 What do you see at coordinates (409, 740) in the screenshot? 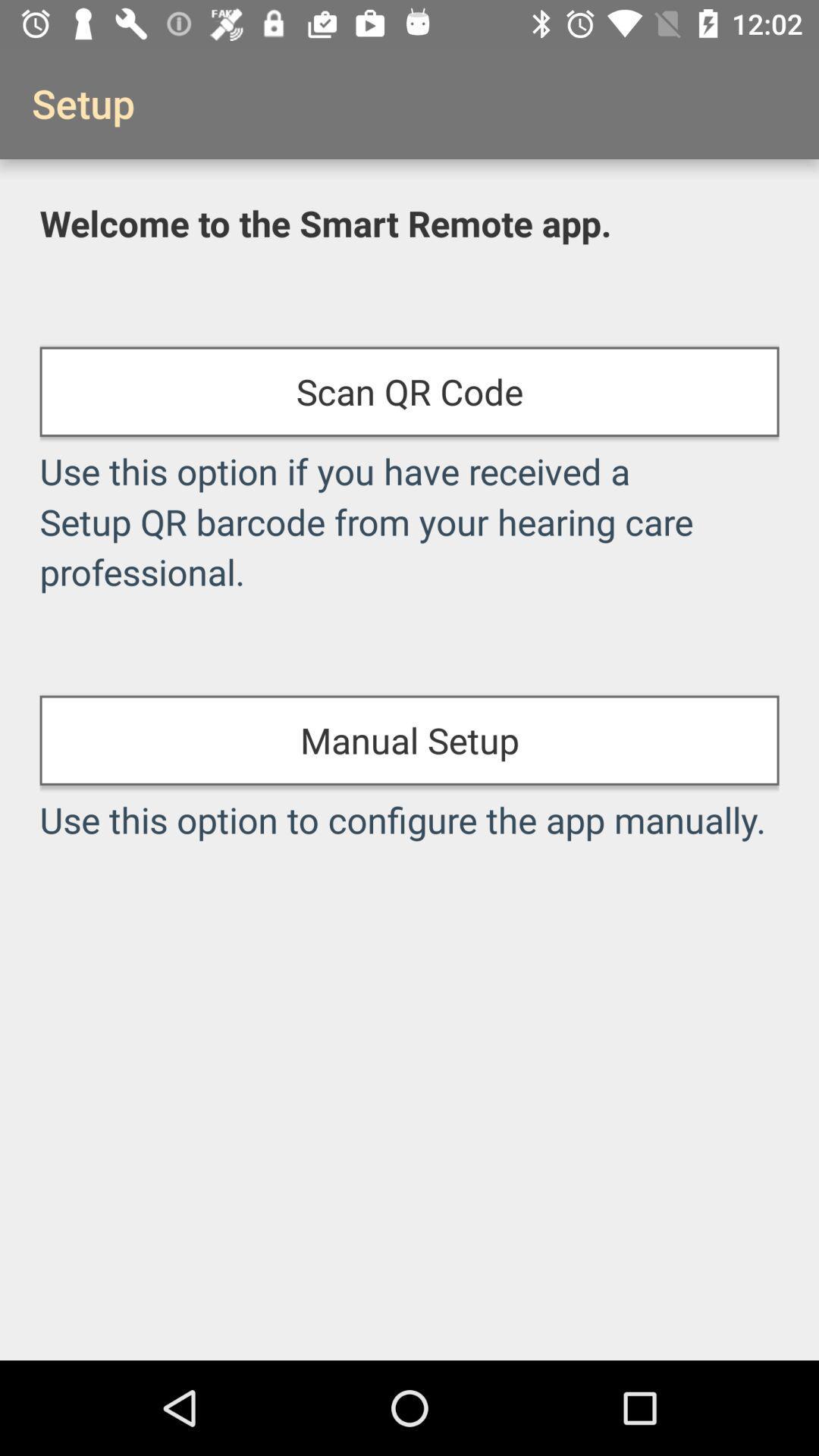
I see `icon below the use this option item` at bounding box center [409, 740].